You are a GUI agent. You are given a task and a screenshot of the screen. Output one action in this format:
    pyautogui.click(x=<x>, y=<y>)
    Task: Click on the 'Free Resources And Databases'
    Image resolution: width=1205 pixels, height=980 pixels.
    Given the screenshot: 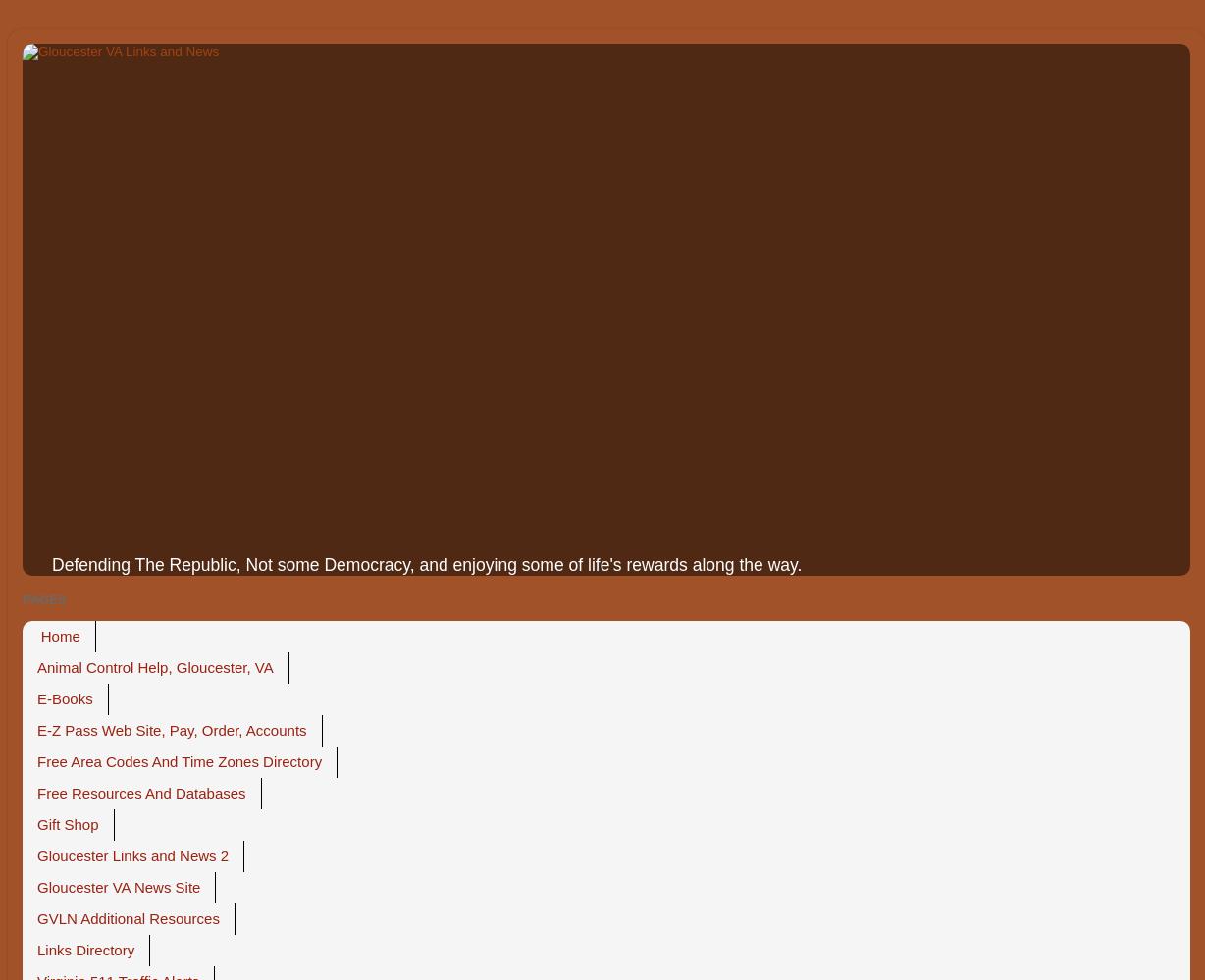 What is the action you would take?
    pyautogui.click(x=141, y=793)
    